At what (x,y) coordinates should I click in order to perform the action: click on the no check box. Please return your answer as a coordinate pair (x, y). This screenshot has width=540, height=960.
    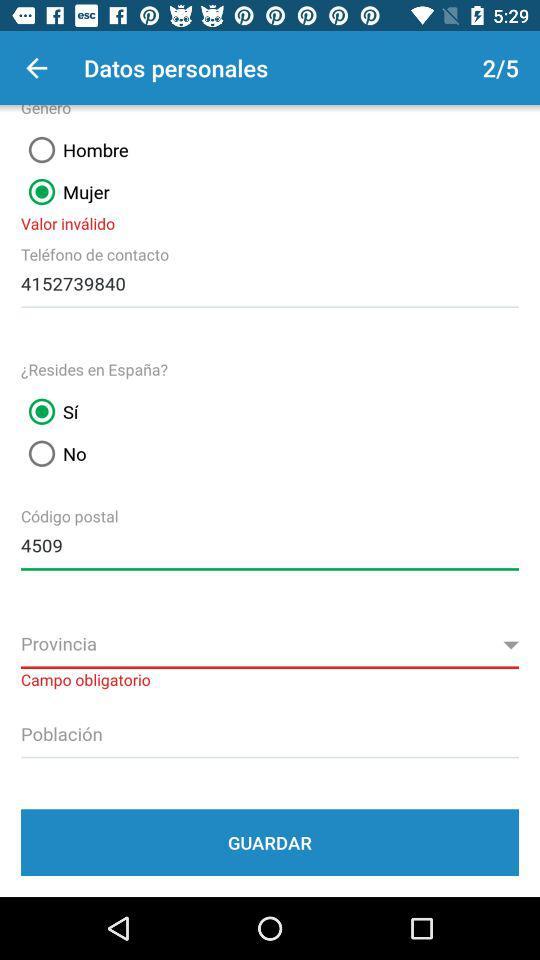
    Looking at the image, I should click on (54, 453).